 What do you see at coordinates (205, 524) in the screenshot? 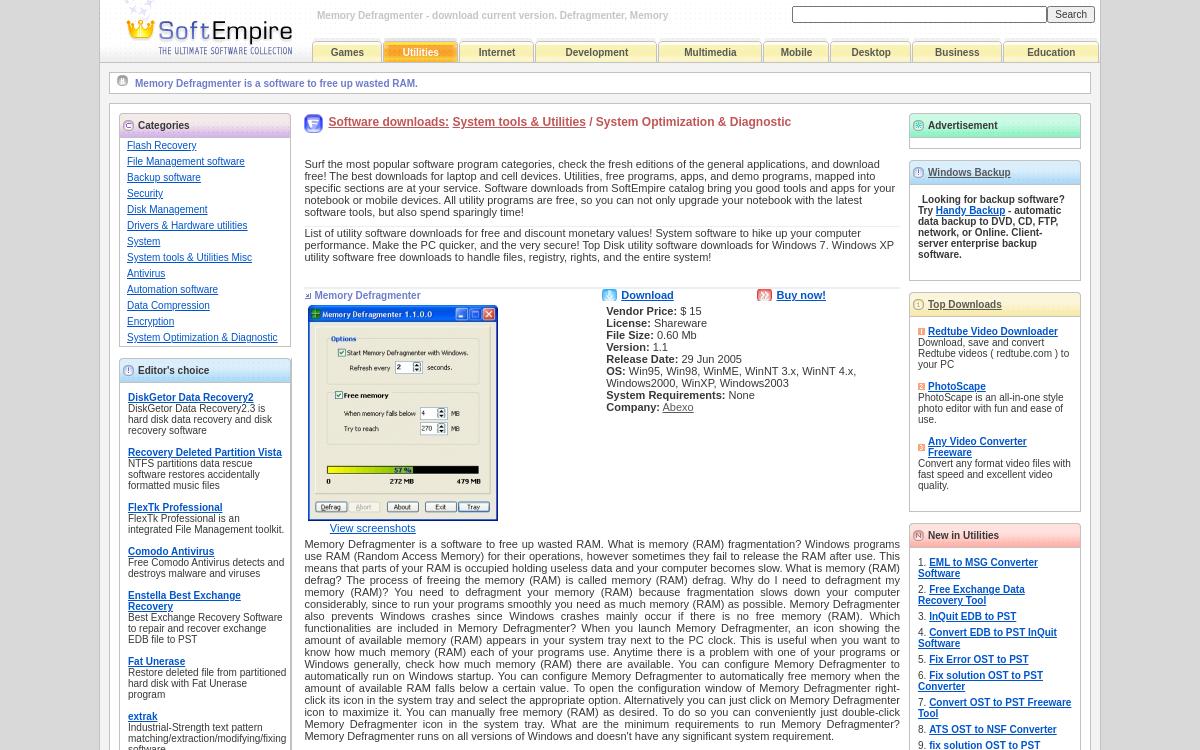
I see `'FlexTk Professional is an integrated File Management toolkit.'` at bounding box center [205, 524].